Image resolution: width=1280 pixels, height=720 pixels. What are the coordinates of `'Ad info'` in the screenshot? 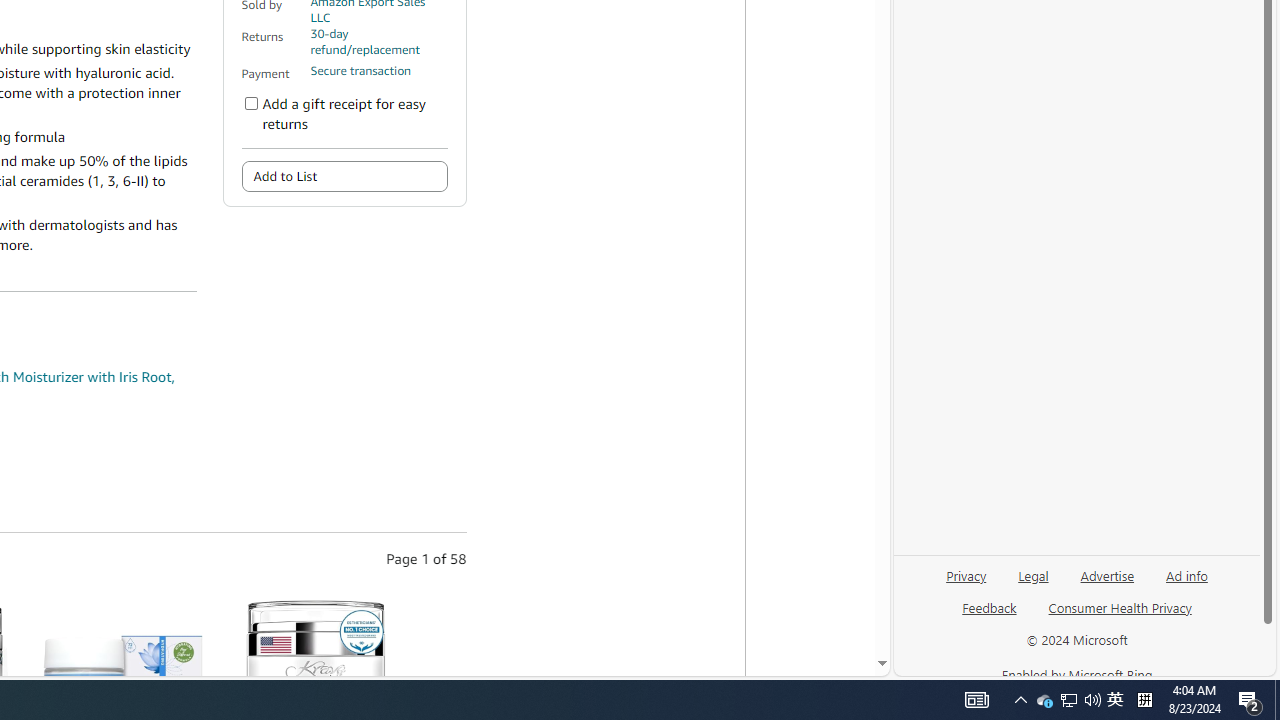 It's located at (1186, 583).